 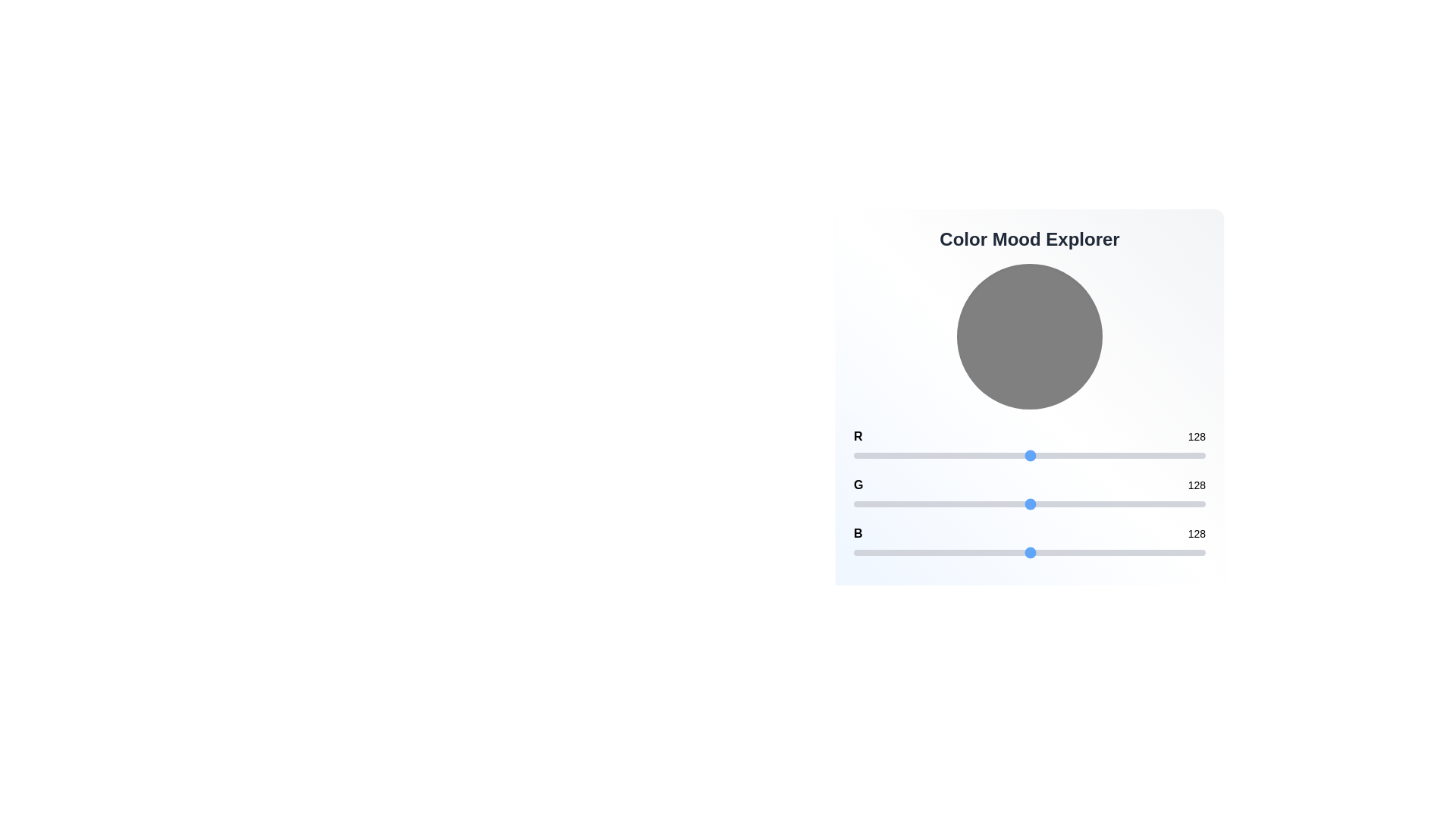 I want to click on the red channel slider to 164 value, so click(x=1079, y=455).